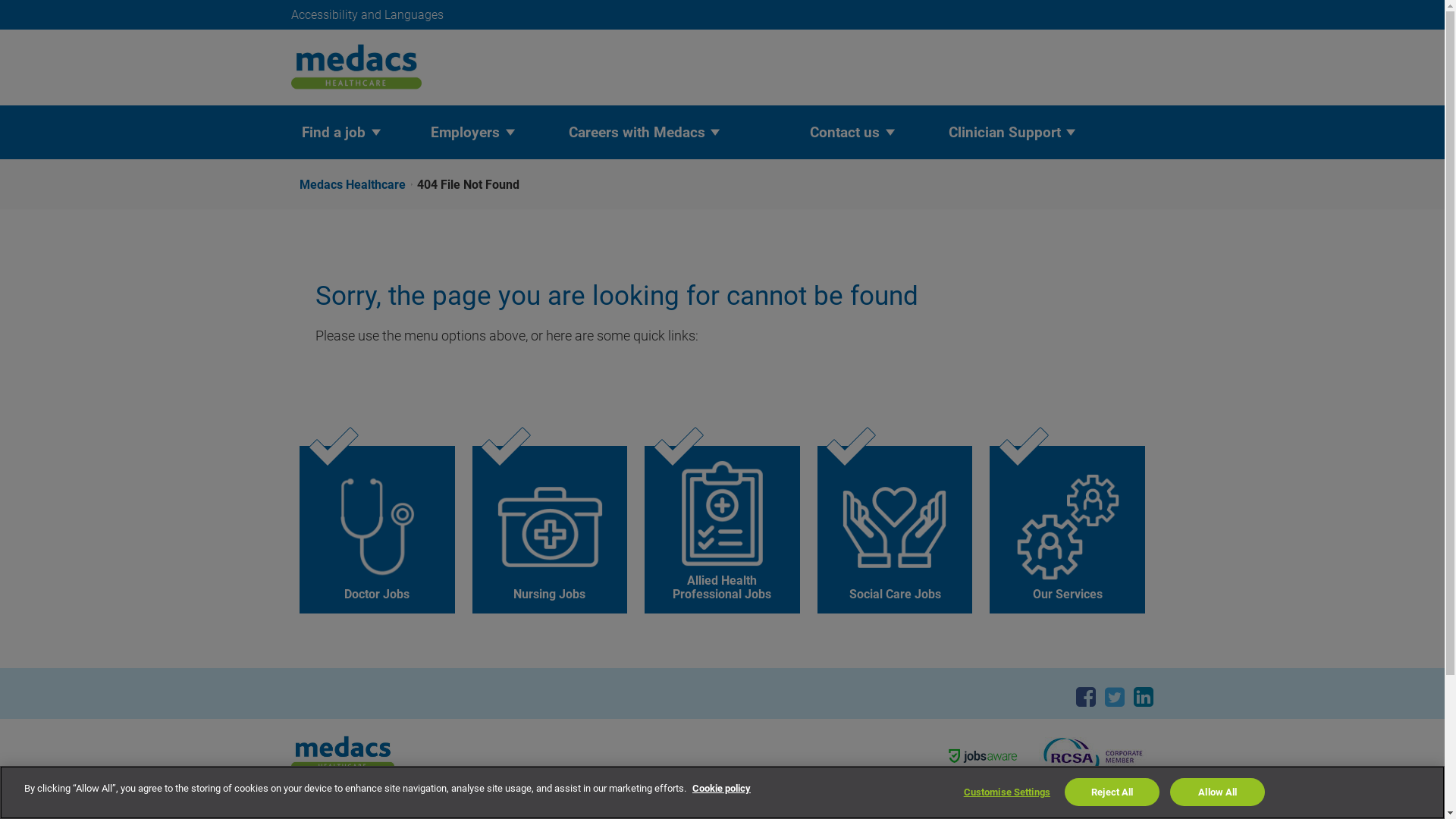 The width and height of the screenshot is (1456, 819). What do you see at coordinates (895, 529) in the screenshot?
I see `'Social Care Jobs'` at bounding box center [895, 529].